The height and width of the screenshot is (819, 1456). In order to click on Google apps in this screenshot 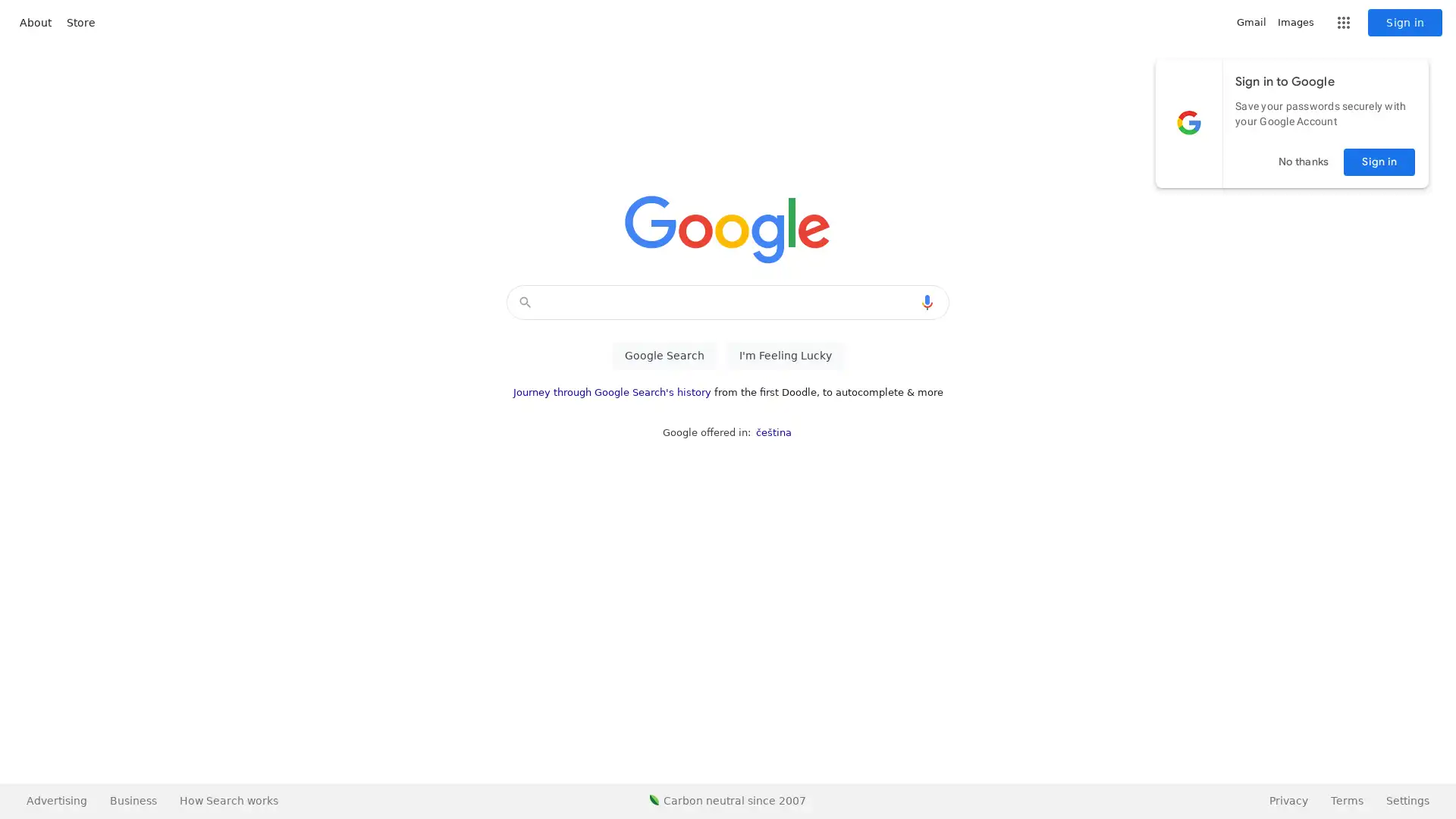, I will do `click(1343, 23)`.